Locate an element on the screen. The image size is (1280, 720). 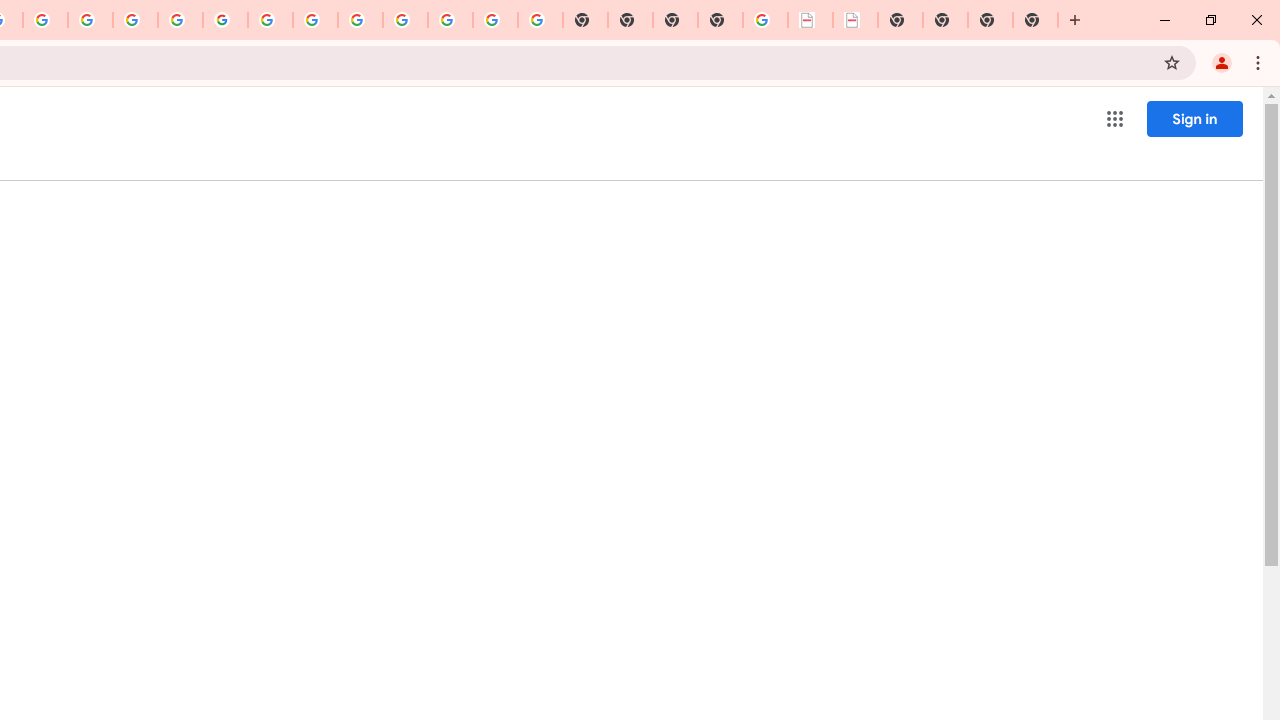
'New Tab' is located at coordinates (1035, 20).